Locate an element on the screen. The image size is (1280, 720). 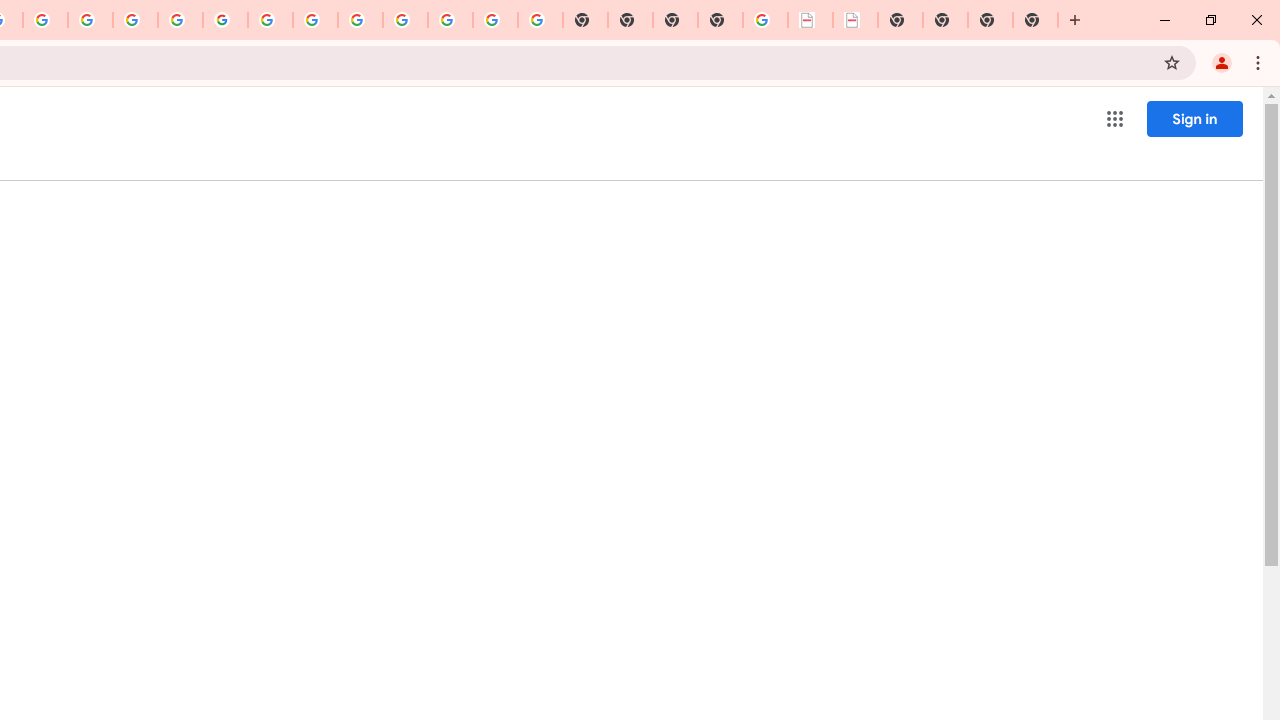
'New Tab' is located at coordinates (1035, 20).